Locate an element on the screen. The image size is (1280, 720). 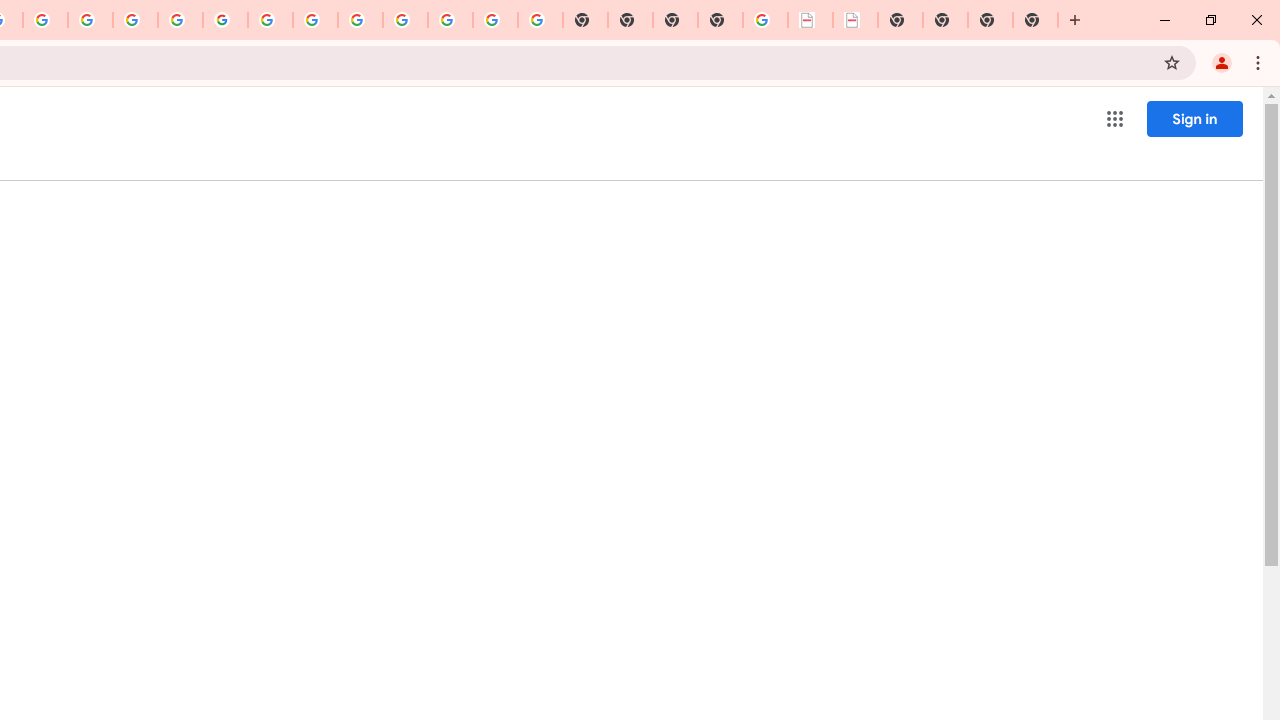
'New Tab' is located at coordinates (1035, 20).